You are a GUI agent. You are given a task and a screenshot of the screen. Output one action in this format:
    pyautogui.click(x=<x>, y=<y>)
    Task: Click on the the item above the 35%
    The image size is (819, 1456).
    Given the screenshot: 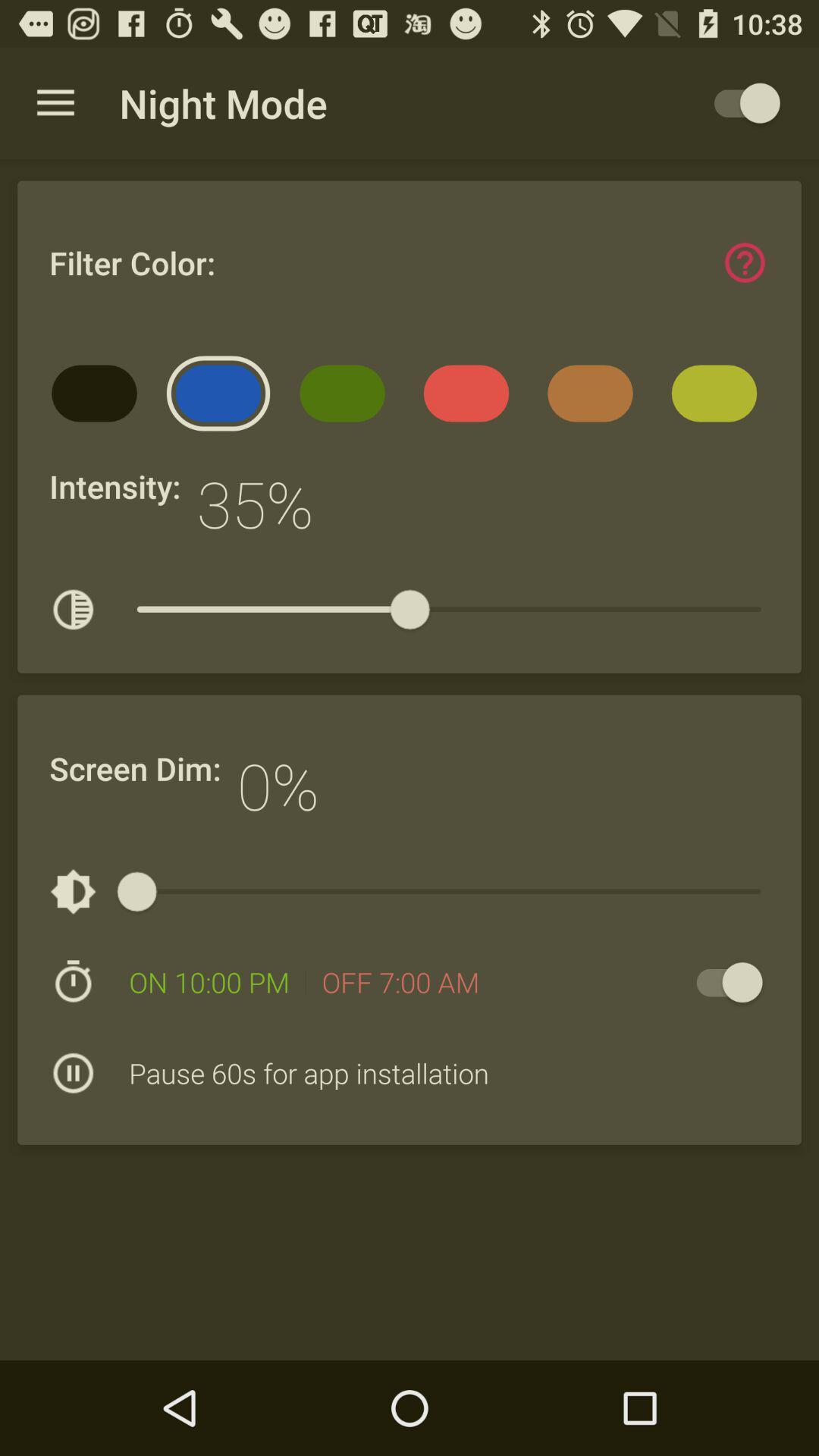 What is the action you would take?
    pyautogui.click(x=347, y=398)
    